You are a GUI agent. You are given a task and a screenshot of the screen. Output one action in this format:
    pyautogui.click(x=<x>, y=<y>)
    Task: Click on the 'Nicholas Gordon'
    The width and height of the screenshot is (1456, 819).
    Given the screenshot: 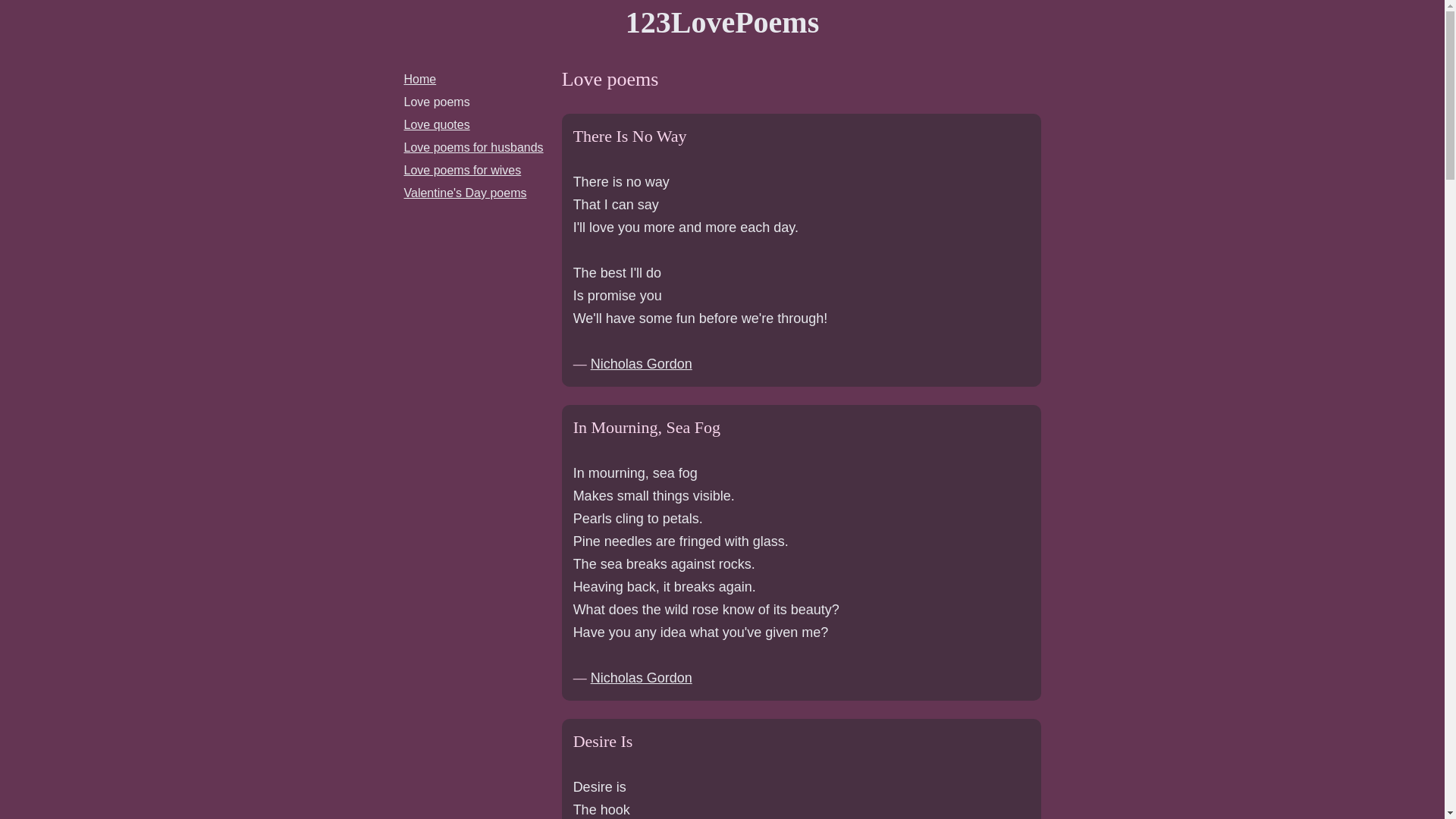 What is the action you would take?
    pyautogui.click(x=641, y=677)
    